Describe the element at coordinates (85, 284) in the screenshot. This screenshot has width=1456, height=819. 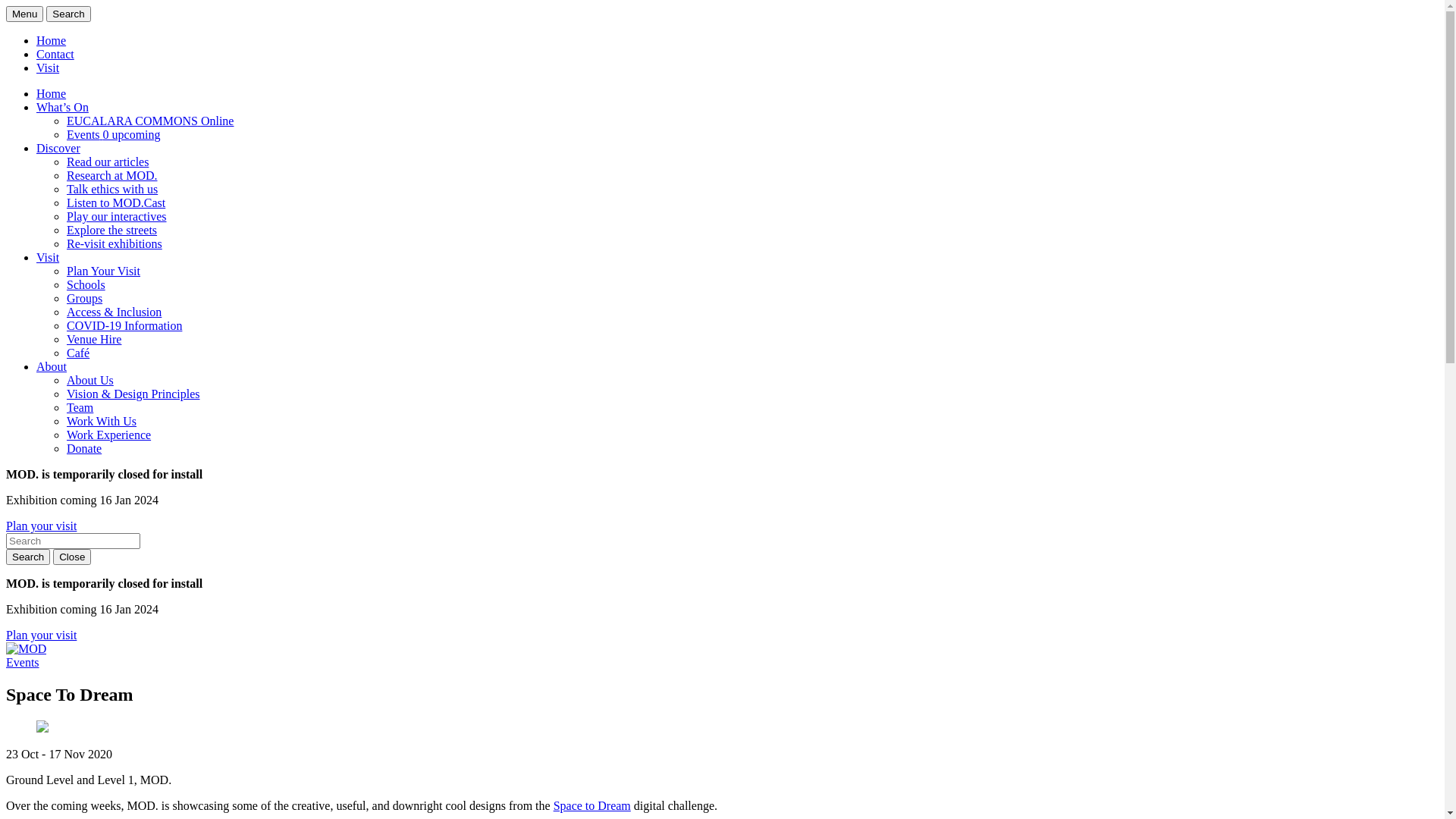
I see `'Schools'` at that location.